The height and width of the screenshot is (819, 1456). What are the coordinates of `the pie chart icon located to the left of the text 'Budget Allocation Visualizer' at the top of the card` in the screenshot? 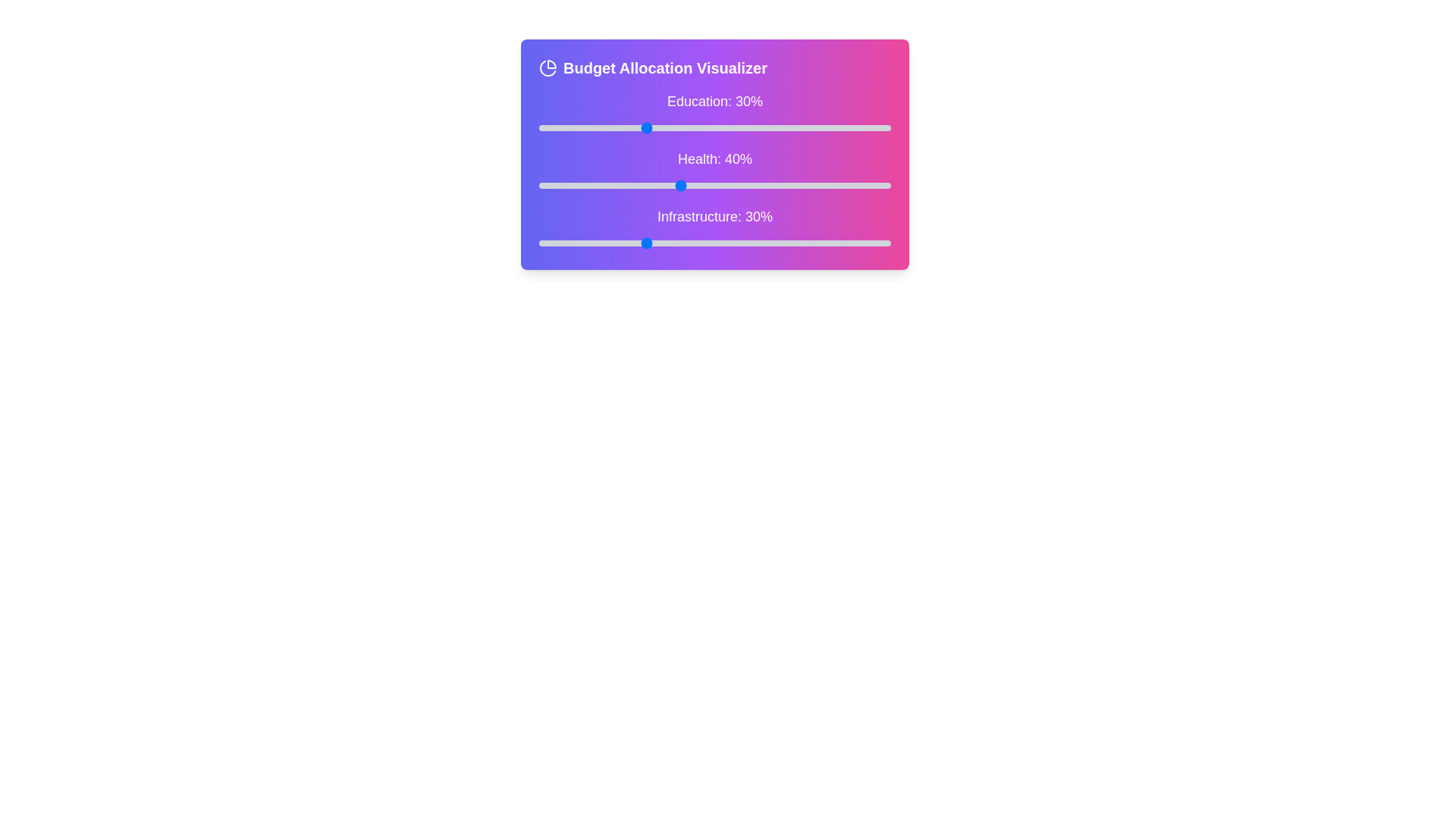 It's located at (548, 67).